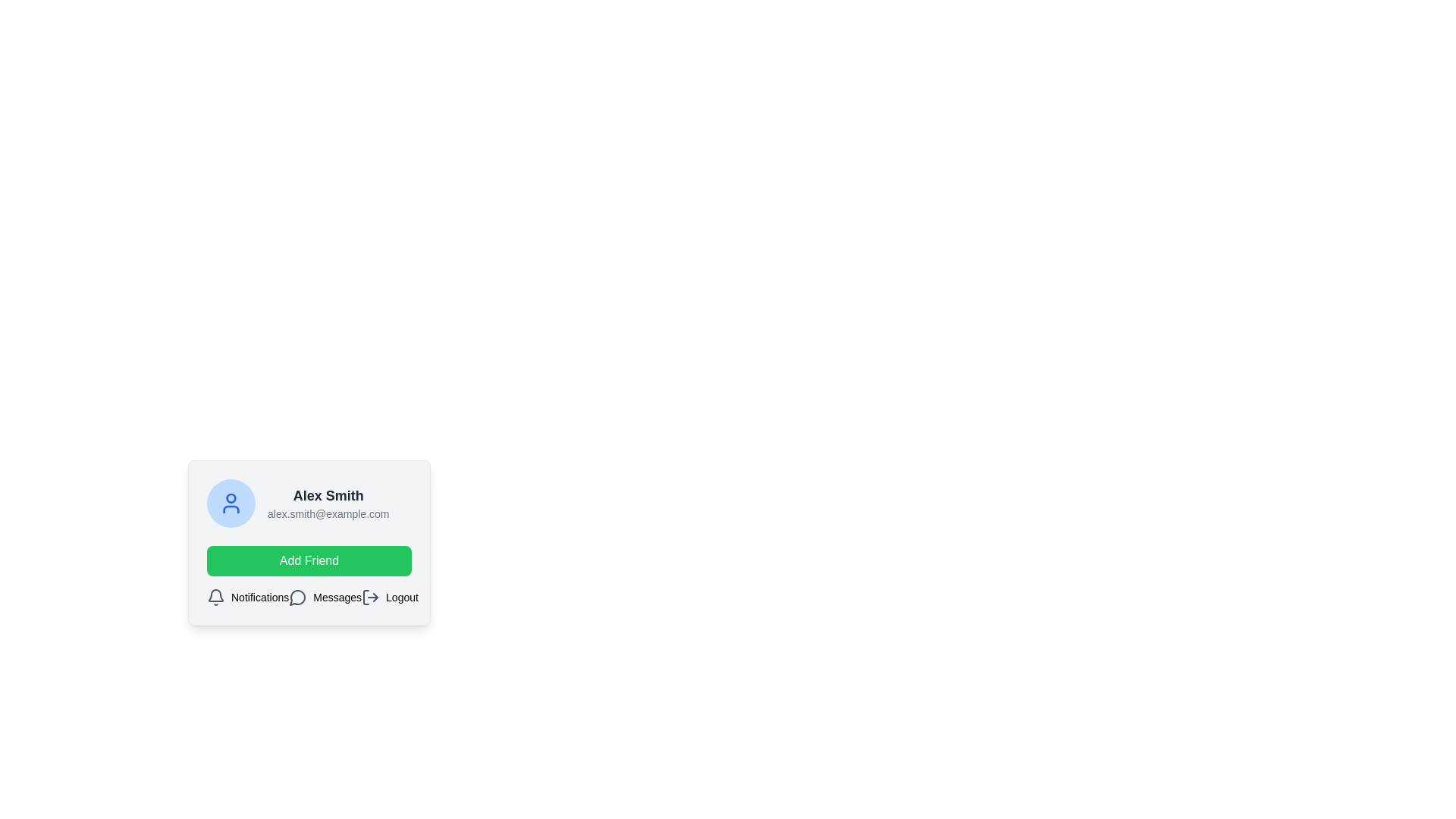  Describe the element at coordinates (297, 597) in the screenshot. I see `the 'Messages' icon located at the bottom-right part of the user profile card` at that location.